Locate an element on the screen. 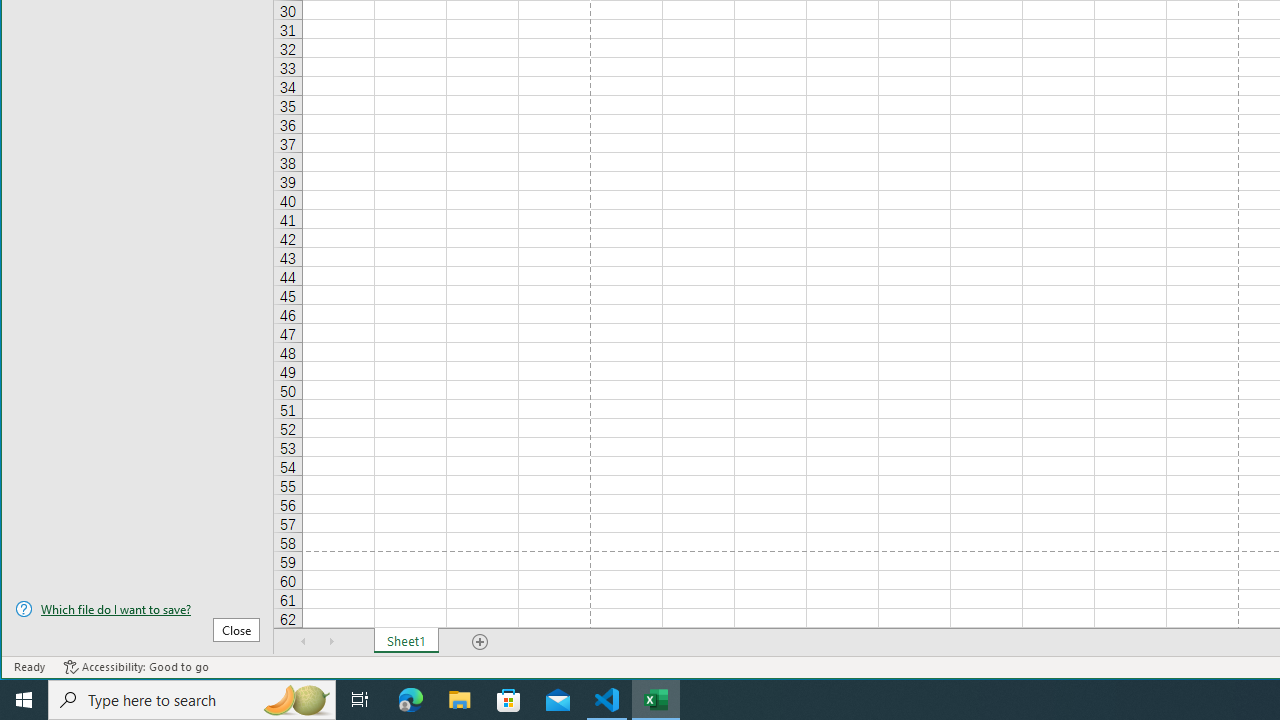 This screenshot has height=720, width=1280. 'Search highlights icon opens search home window' is located at coordinates (294, 698).